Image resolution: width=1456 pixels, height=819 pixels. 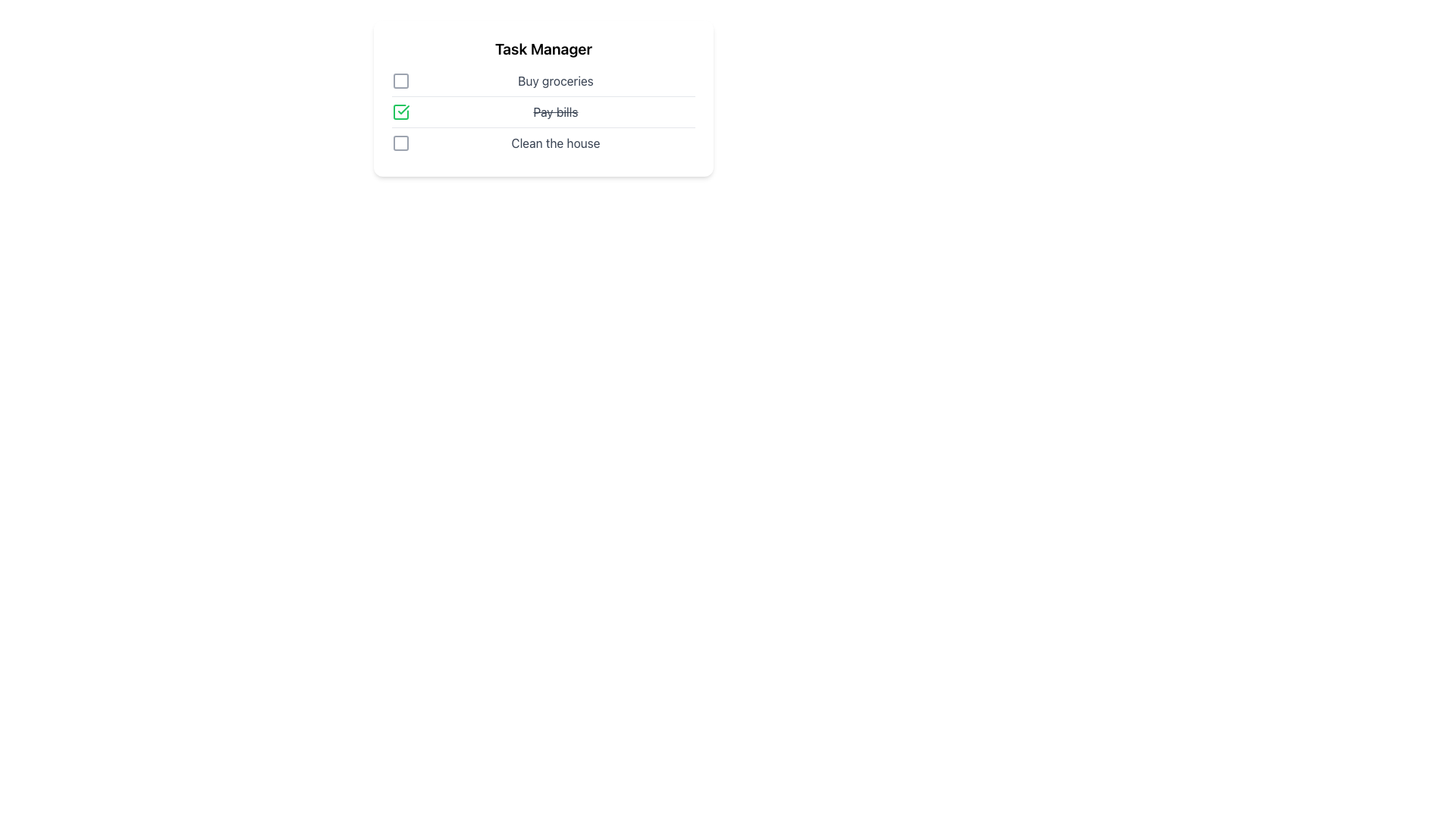 I want to click on on the text label displaying 'Clean the house' located in the lower section of the task list, so click(x=555, y=143).